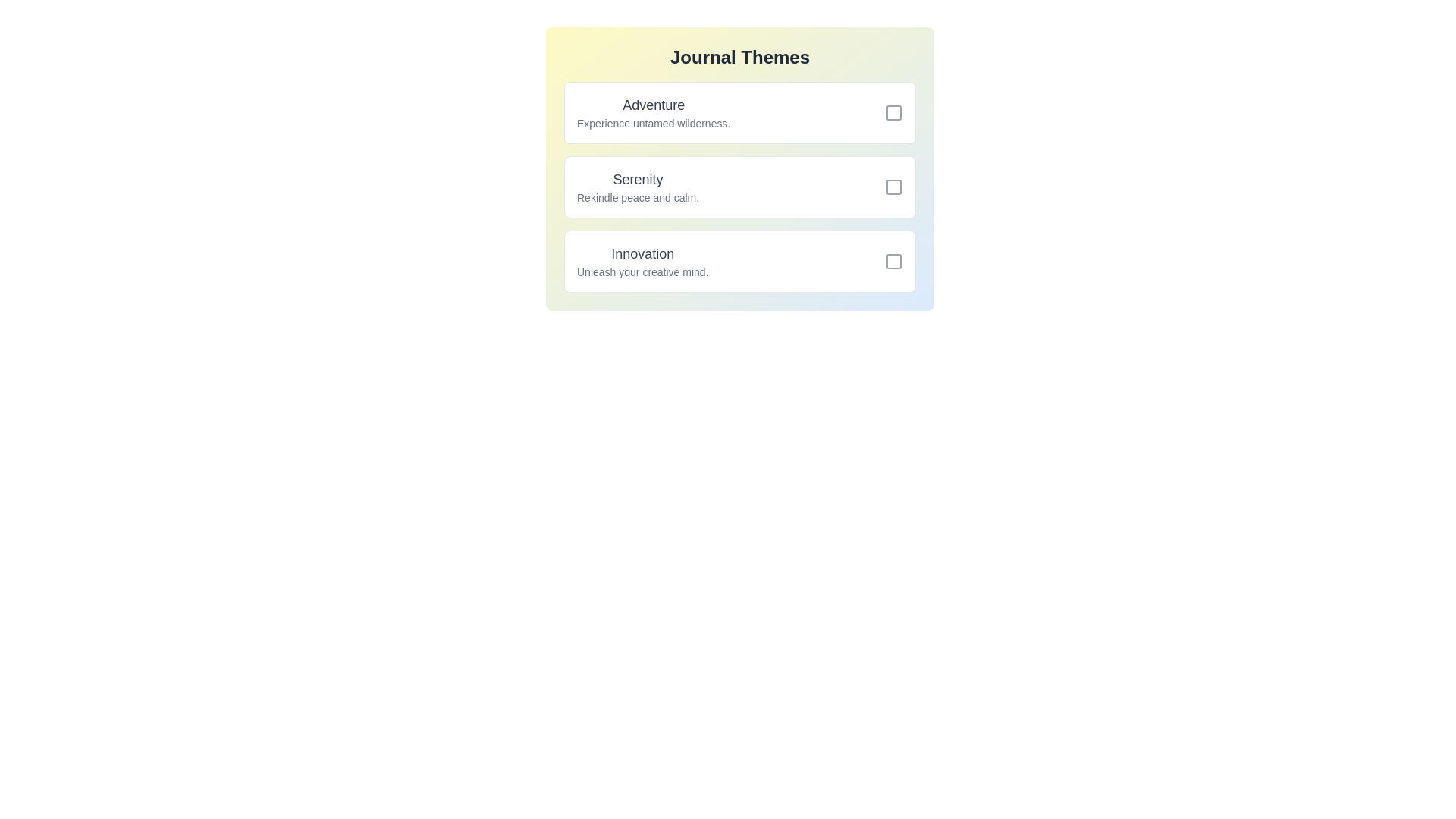  I want to click on static text element that displays 'Rekindle peace and calm.', which is styled in a small font and located below the title 'Serenity', so click(638, 197).